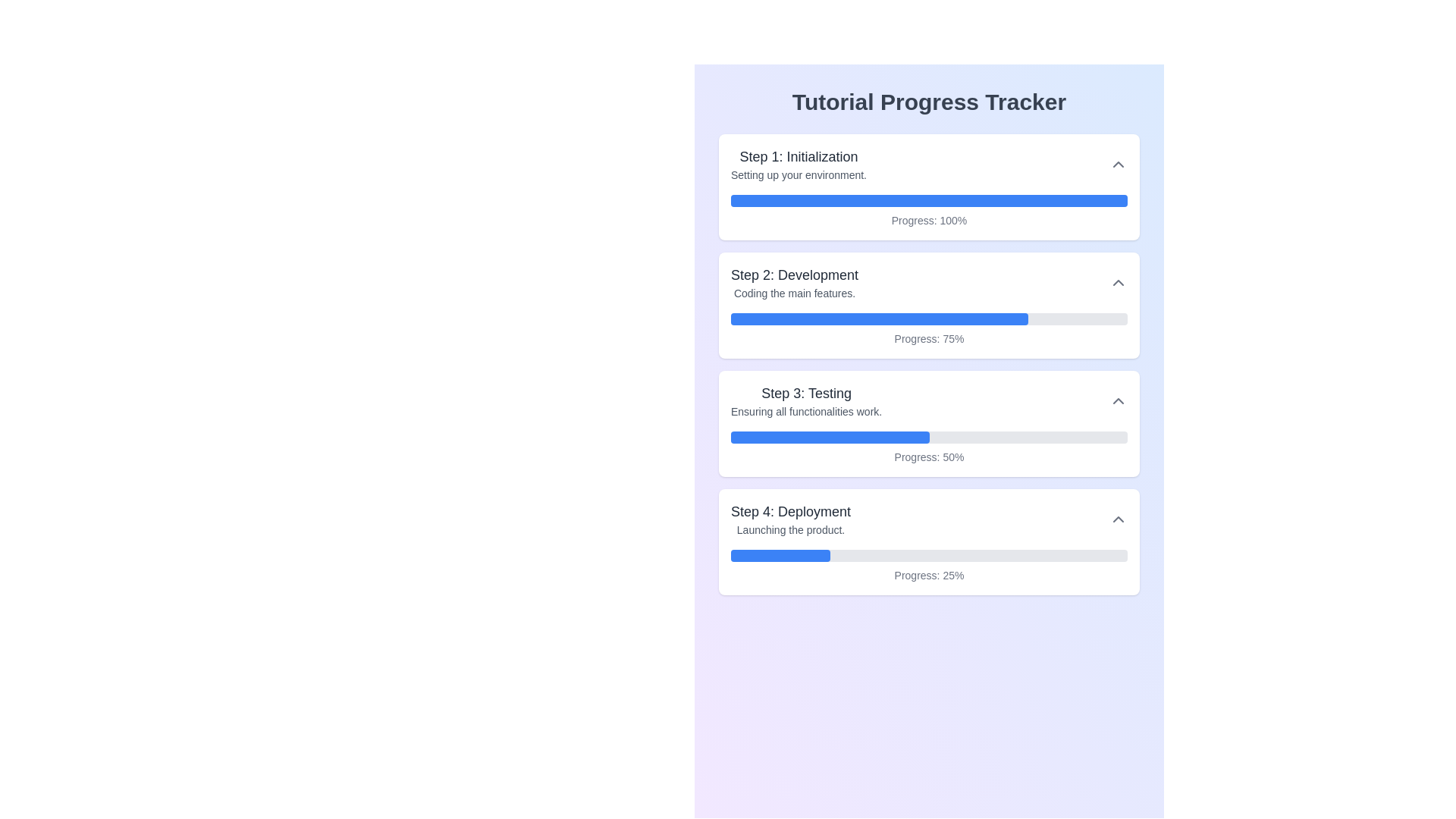 Image resolution: width=1456 pixels, height=819 pixels. What do you see at coordinates (928, 200) in the screenshot?
I see `the first progress bar in the card labeled 'Step 1: Initialization', which is fully filled and shows 'Progress: 100%' underneath` at bounding box center [928, 200].